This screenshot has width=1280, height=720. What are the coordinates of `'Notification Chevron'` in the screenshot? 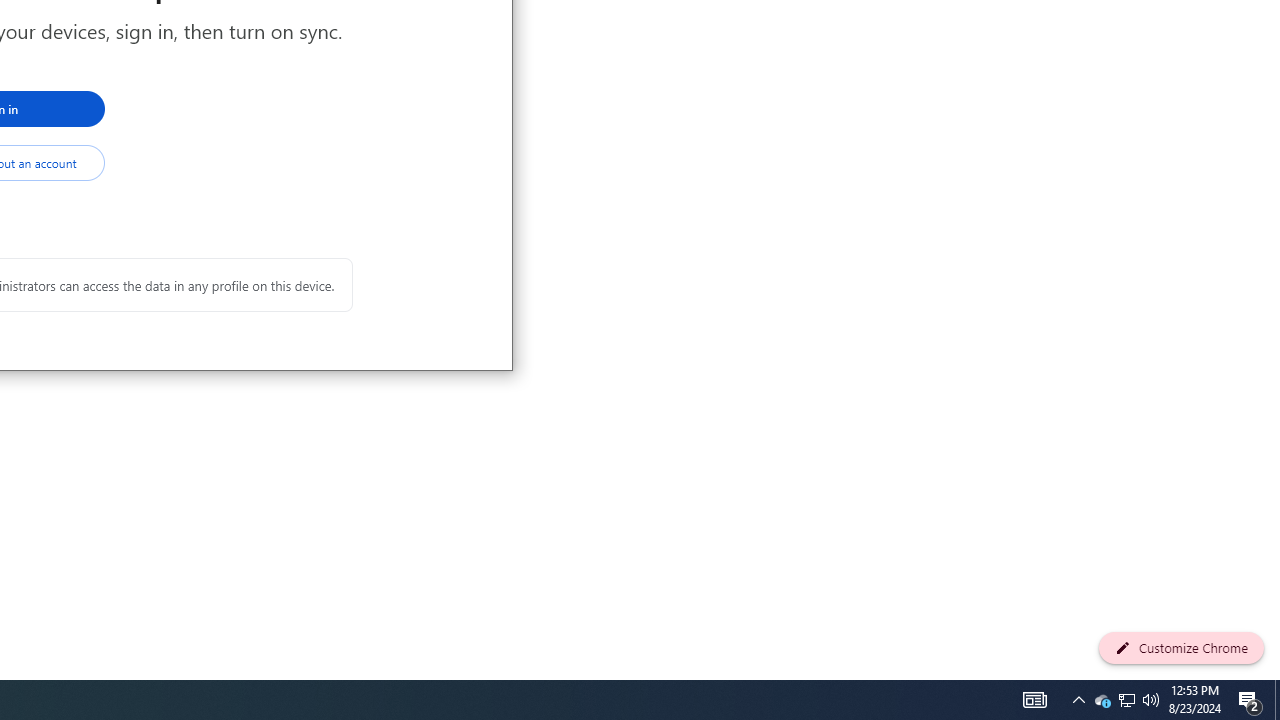 It's located at (1127, 698).